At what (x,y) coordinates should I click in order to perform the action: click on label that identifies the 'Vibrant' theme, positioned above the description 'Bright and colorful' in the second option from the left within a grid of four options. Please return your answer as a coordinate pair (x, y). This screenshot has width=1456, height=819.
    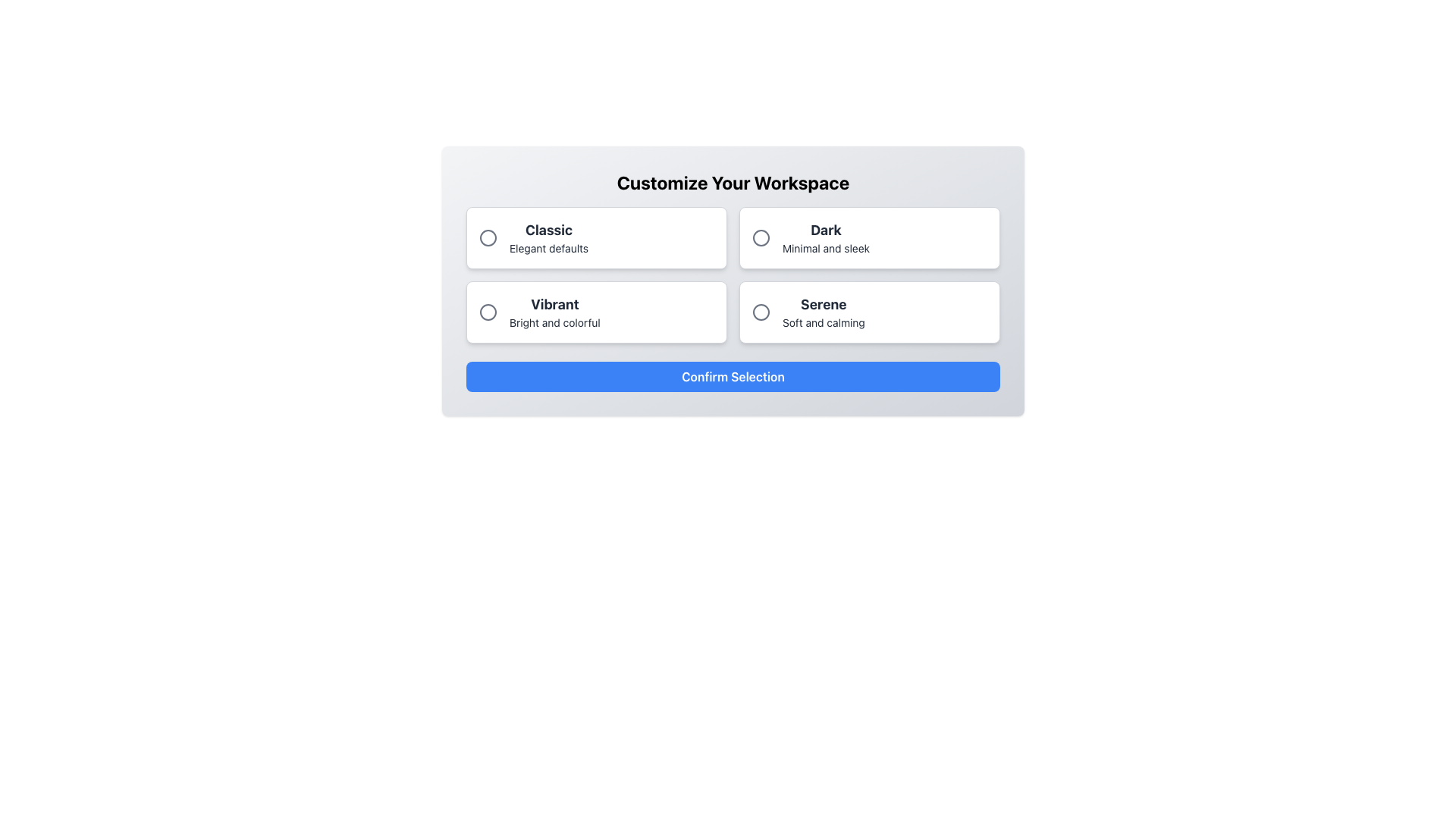
    Looking at the image, I should click on (554, 304).